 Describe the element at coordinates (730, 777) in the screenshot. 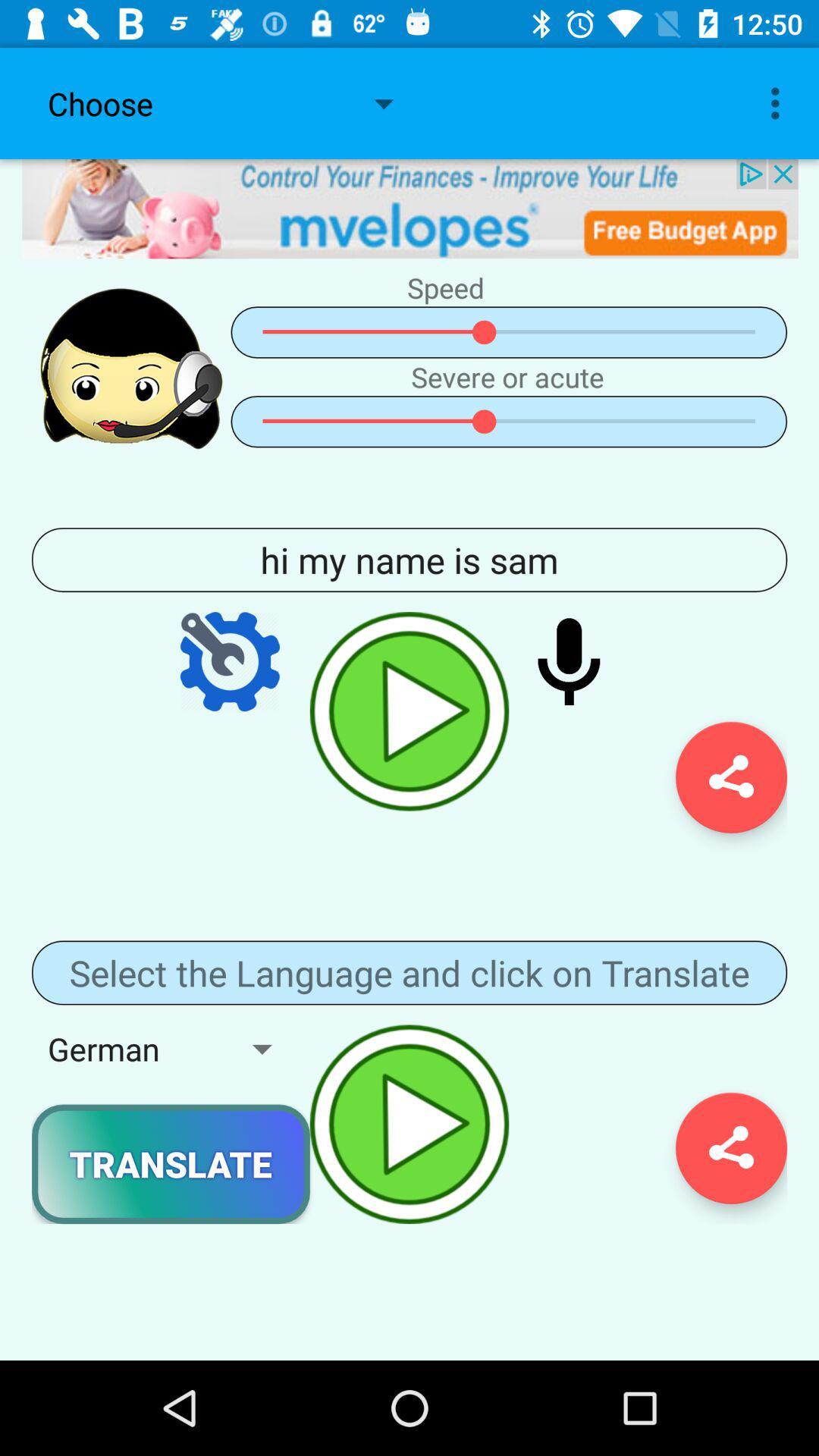

I see `sharing files` at that location.